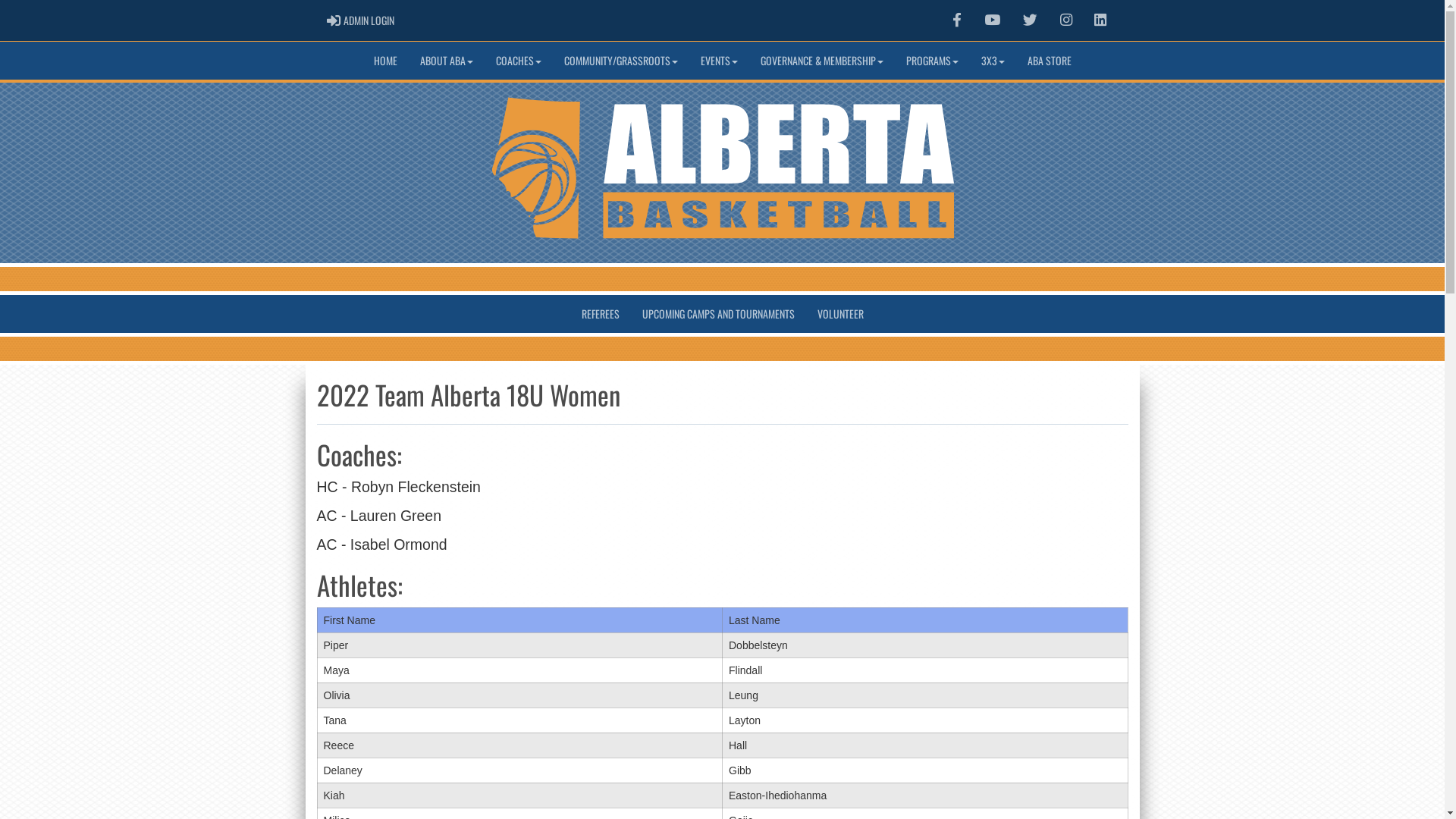 Image resolution: width=1456 pixels, height=819 pixels. What do you see at coordinates (517, 60) in the screenshot?
I see `'COACHES'` at bounding box center [517, 60].